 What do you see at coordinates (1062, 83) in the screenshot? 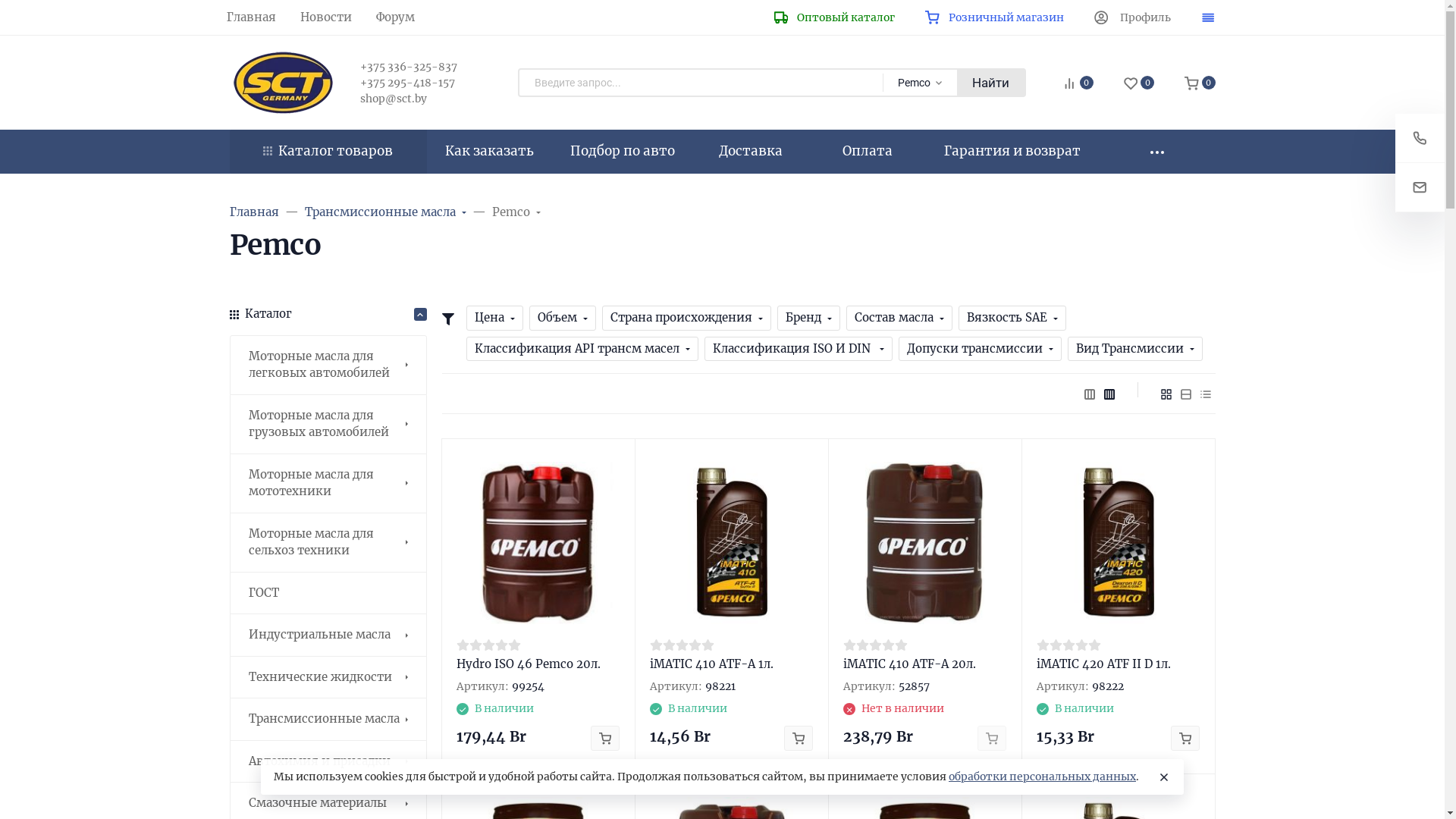
I see `'0'` at bounding box center [1062, 83].